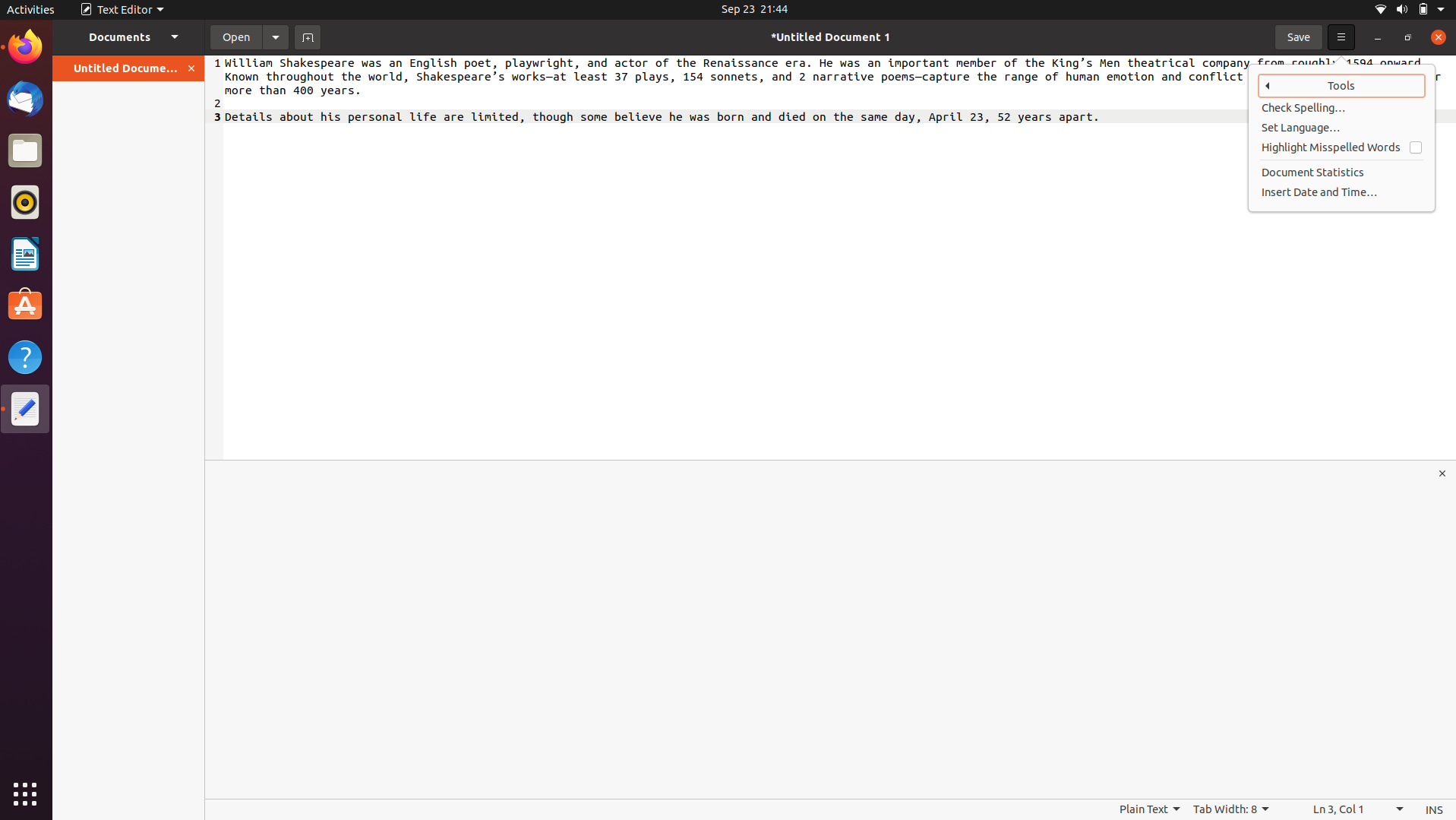 The height and width of the screenshot is (820, 1456). What do you see at coordinates (191, 68) in the screenshot?
I see `the orange button on the left for closing the document` at bounding box center [191, 68].